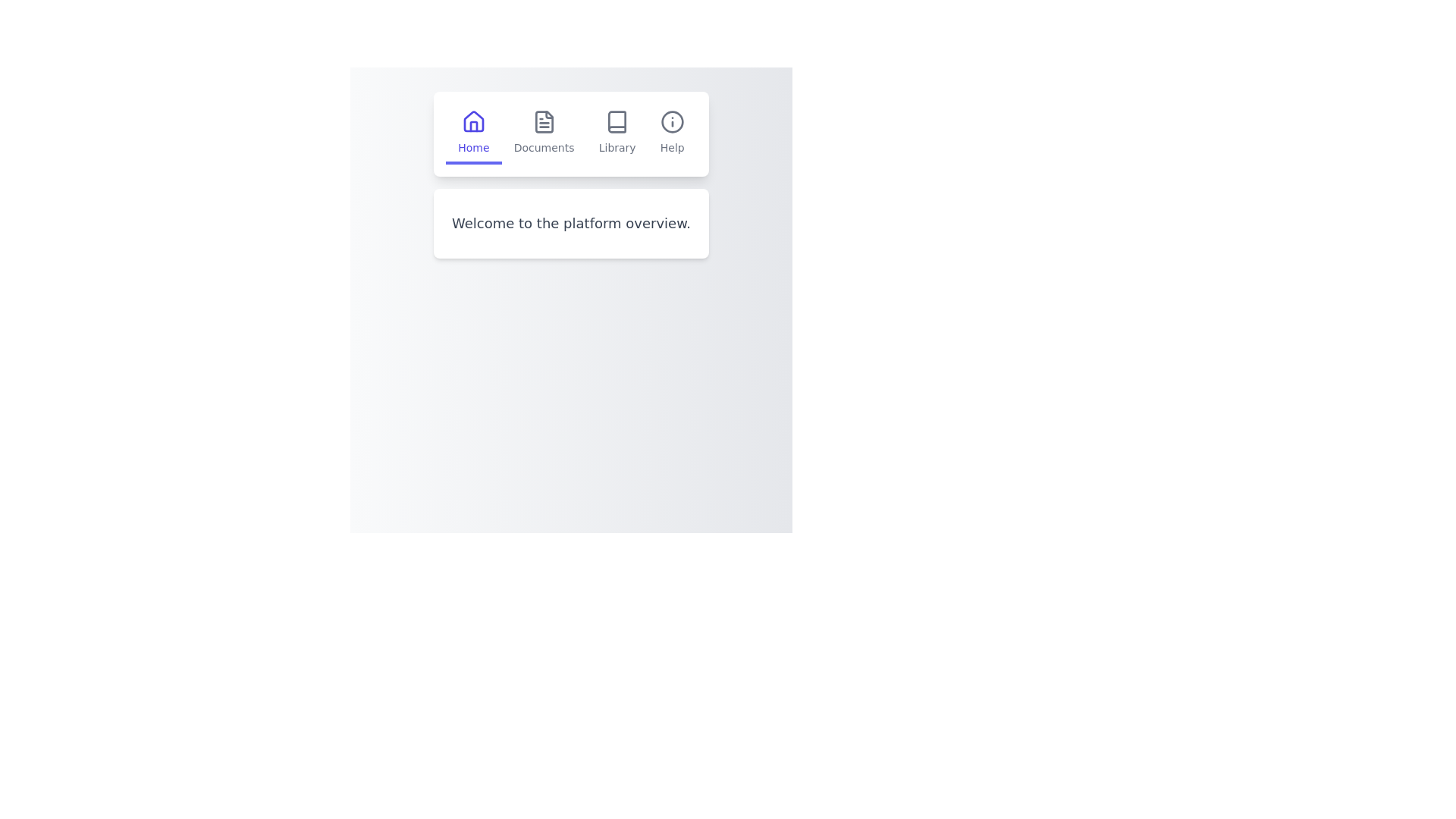 The width and height of the screenshot is (1456, 819). What do you see at coordinates (671, 133) in the screenshot?
I see `the Help tab in the navigation bar` at bounding box center [671, 133].